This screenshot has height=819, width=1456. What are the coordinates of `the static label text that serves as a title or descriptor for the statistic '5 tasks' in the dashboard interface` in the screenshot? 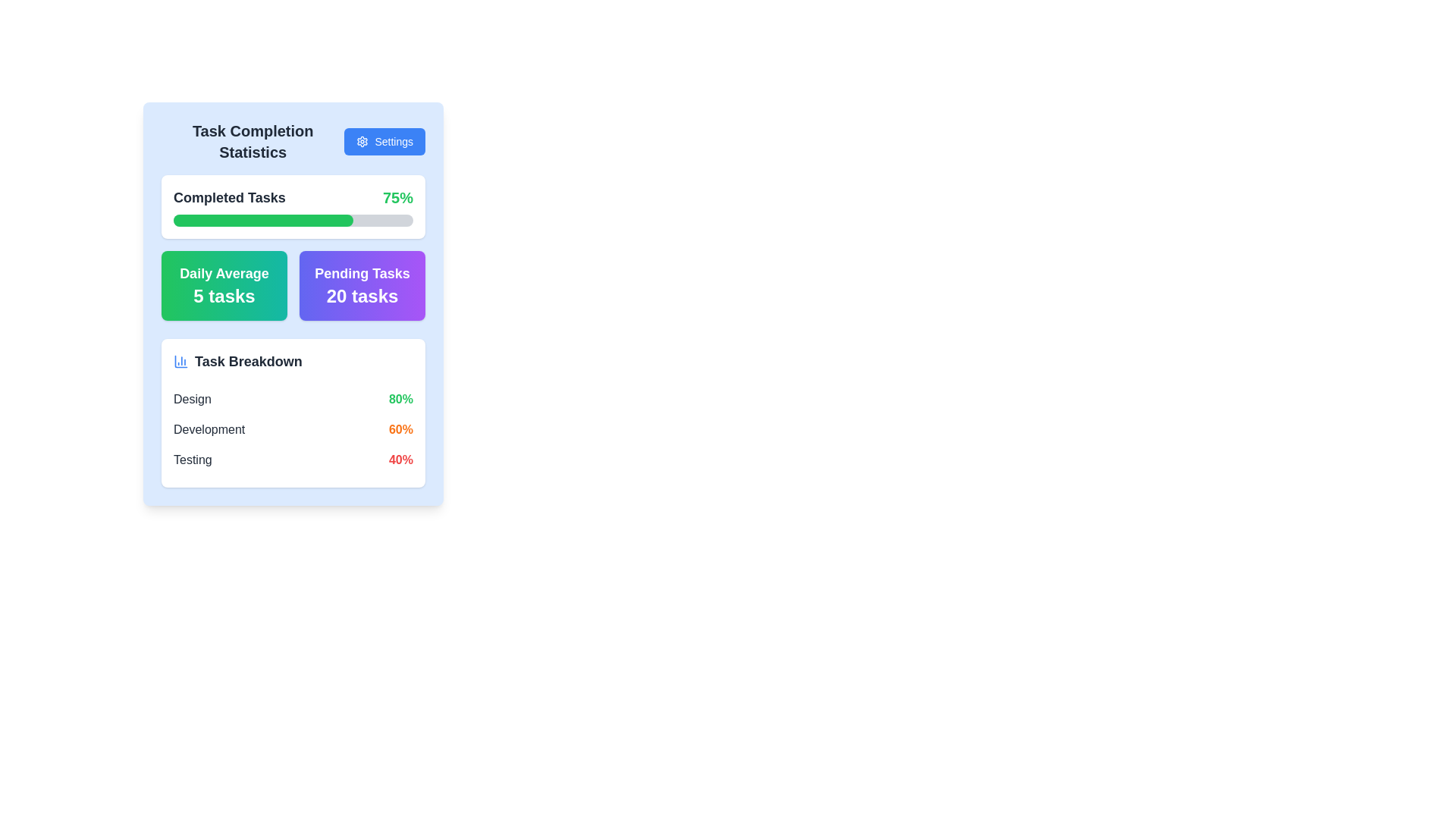 It's located at (224, 274).